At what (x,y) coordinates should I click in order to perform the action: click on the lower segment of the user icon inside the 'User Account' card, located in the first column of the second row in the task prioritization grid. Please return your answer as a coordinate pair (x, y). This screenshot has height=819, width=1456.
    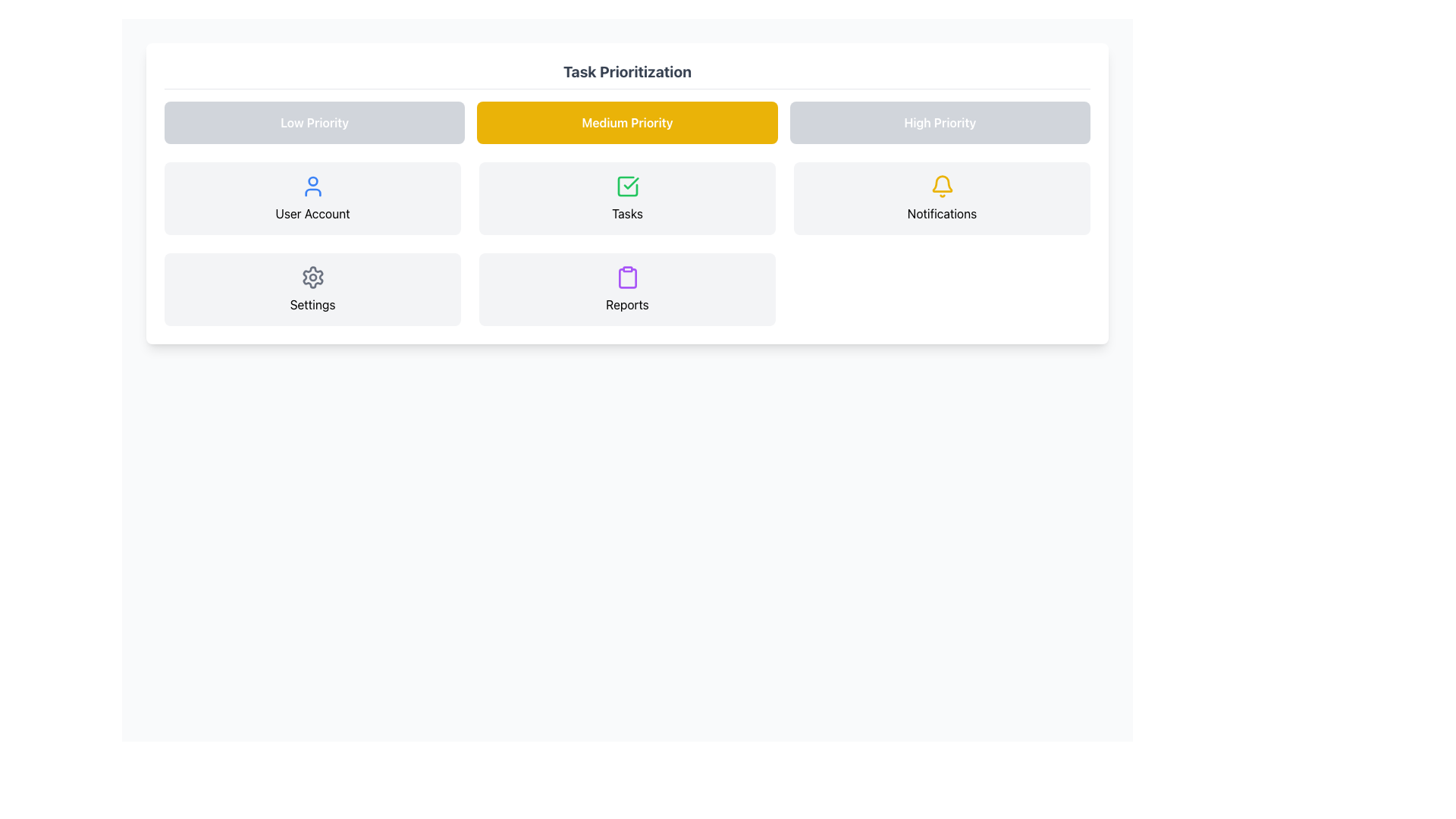
    Looking at the image, I should click on (312, 192).